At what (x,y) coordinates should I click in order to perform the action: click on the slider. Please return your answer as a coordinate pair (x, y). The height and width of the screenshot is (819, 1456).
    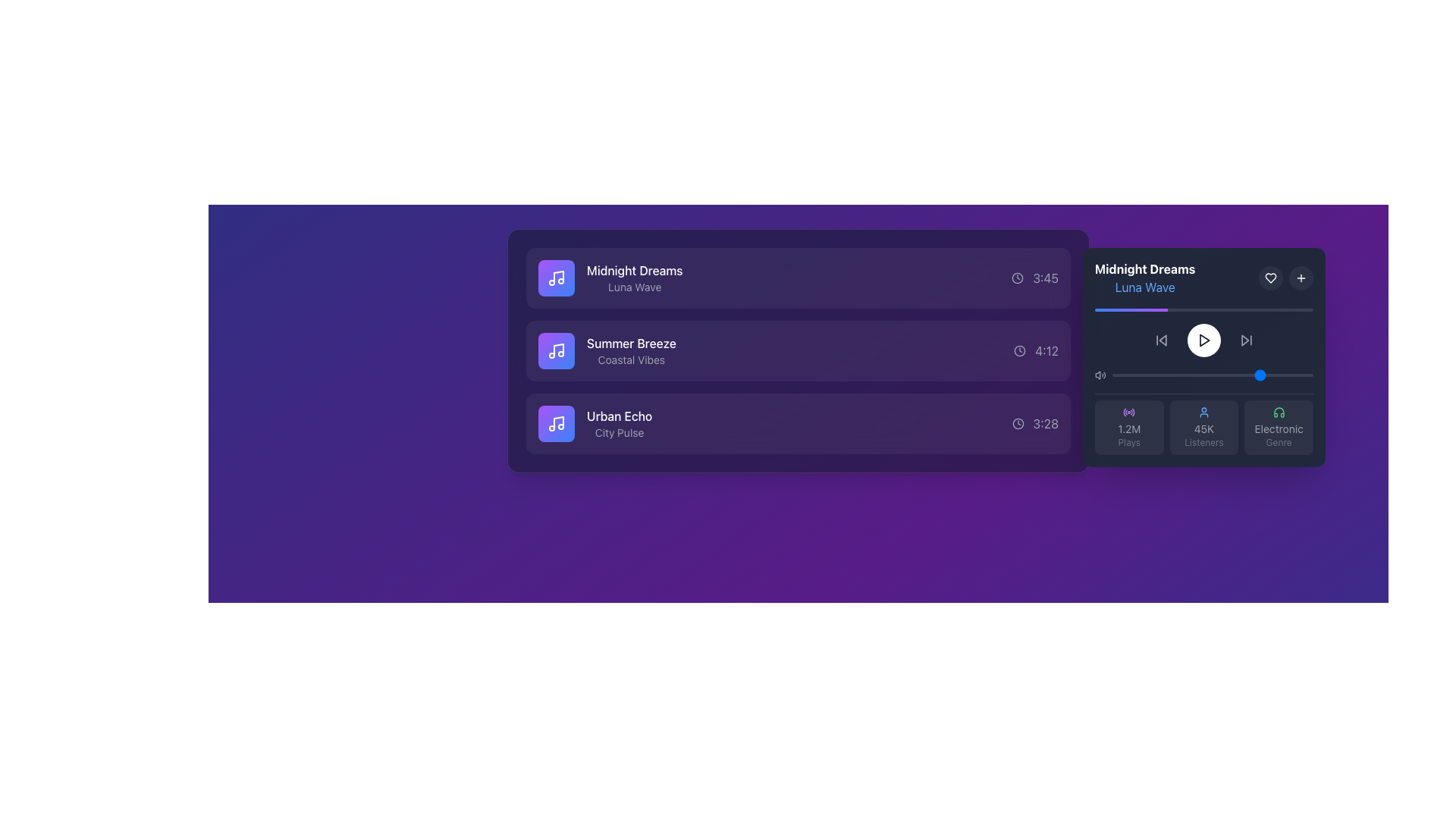
    Looking at the image, I should click on (1290, 375).